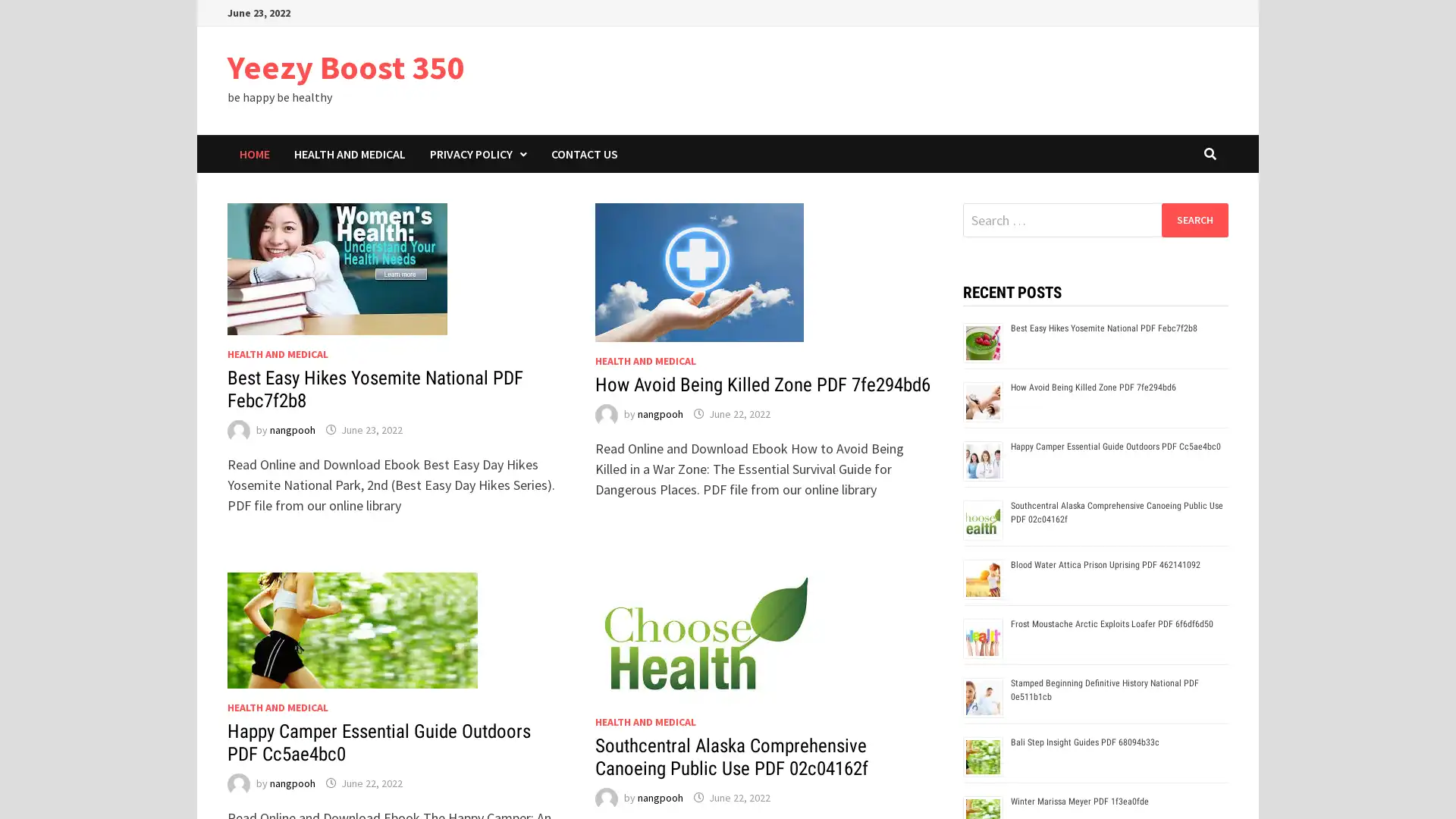 The image size is (1456, 819). Describe the element at coordinates (1194, 219) in the screenshot. I see `Search` at that location.